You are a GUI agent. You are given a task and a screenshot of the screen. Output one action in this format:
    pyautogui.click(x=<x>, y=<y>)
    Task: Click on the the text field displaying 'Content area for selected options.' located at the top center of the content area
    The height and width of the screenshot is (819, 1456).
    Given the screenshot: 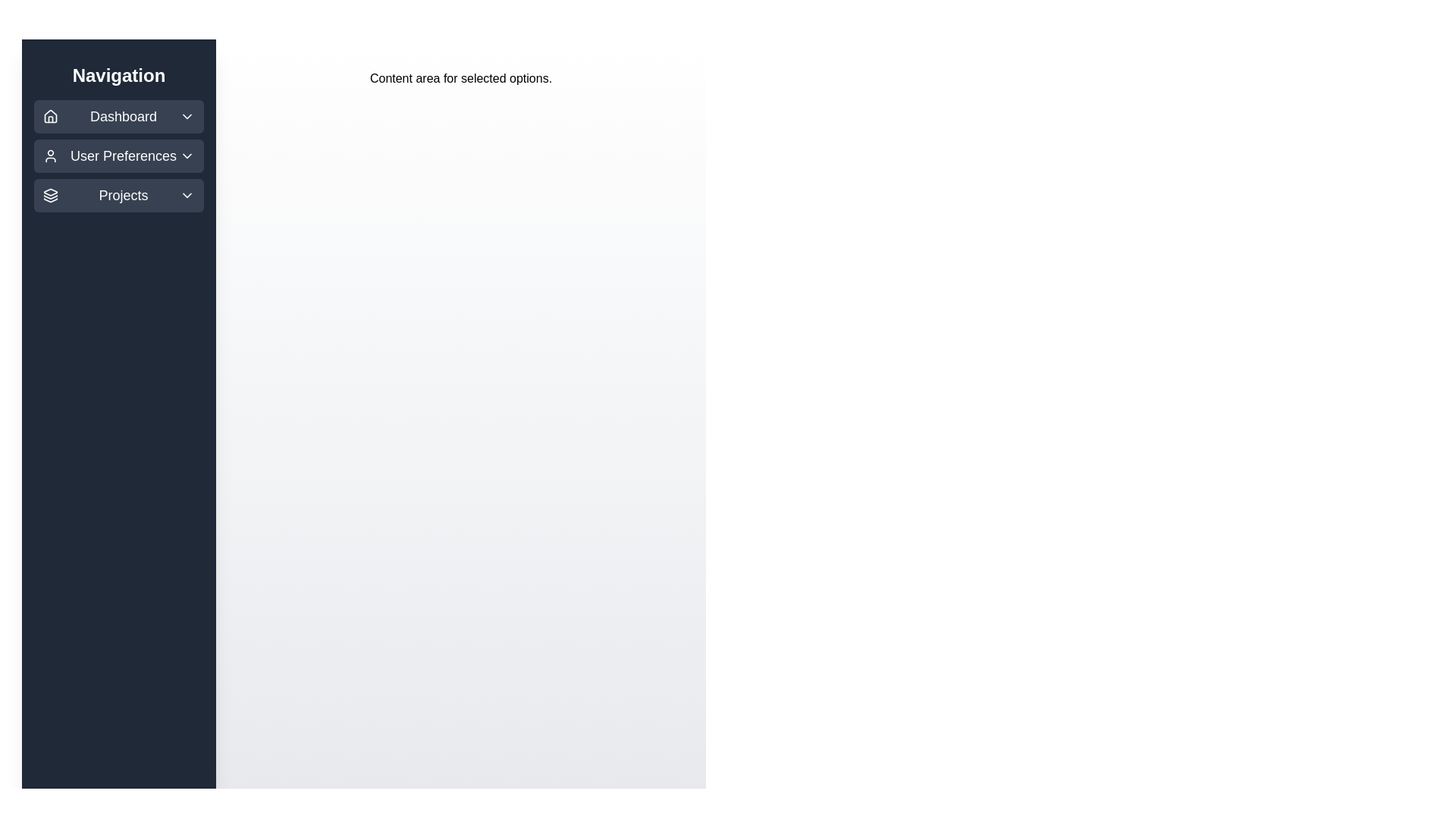 What is the action you would take?
    pyautogui.click(x=460, y=79)
    